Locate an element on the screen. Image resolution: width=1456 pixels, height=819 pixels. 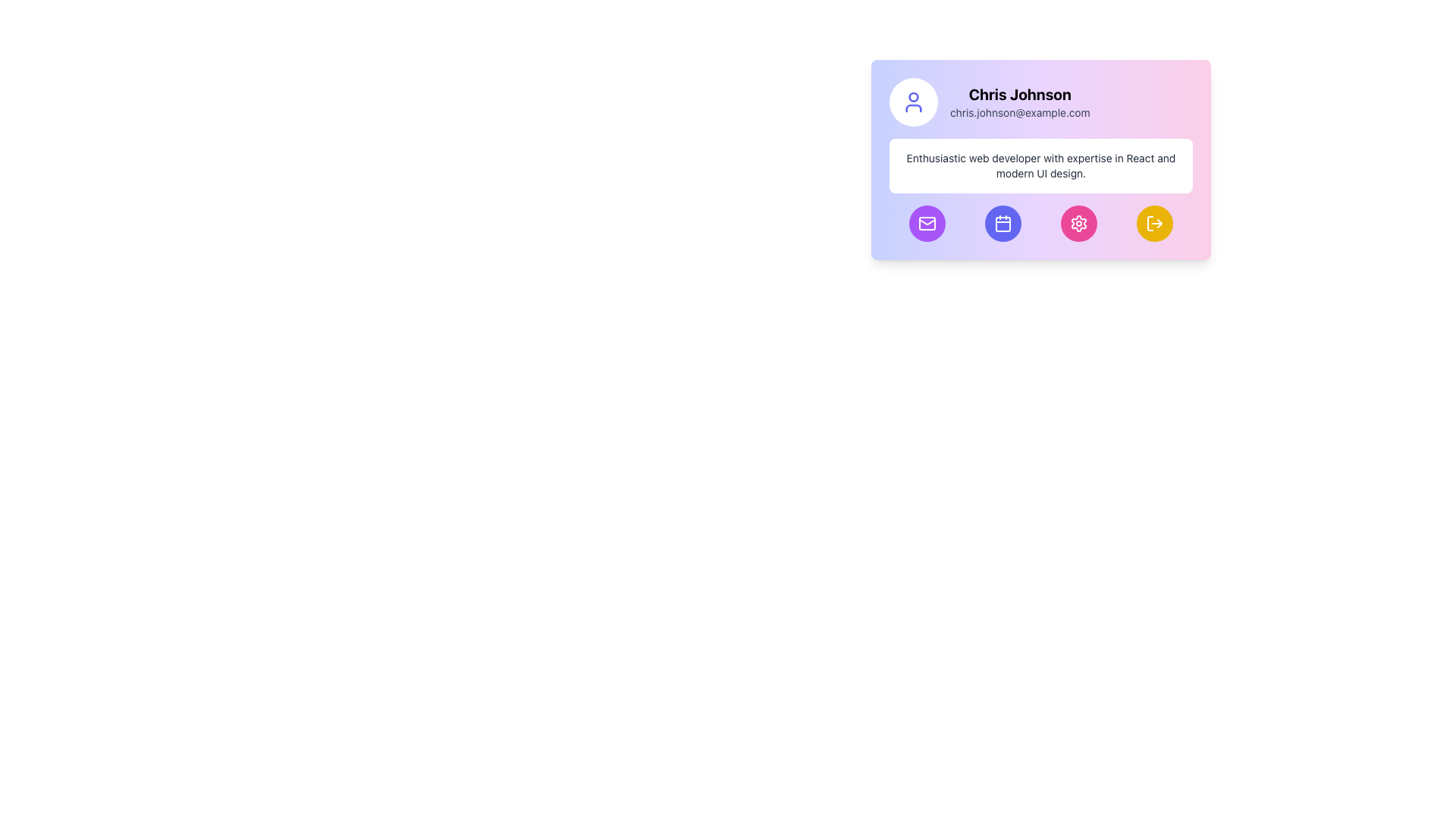
the fifth circular button in the horizontal row below the profile details card is located at coordinates (1153, 223).